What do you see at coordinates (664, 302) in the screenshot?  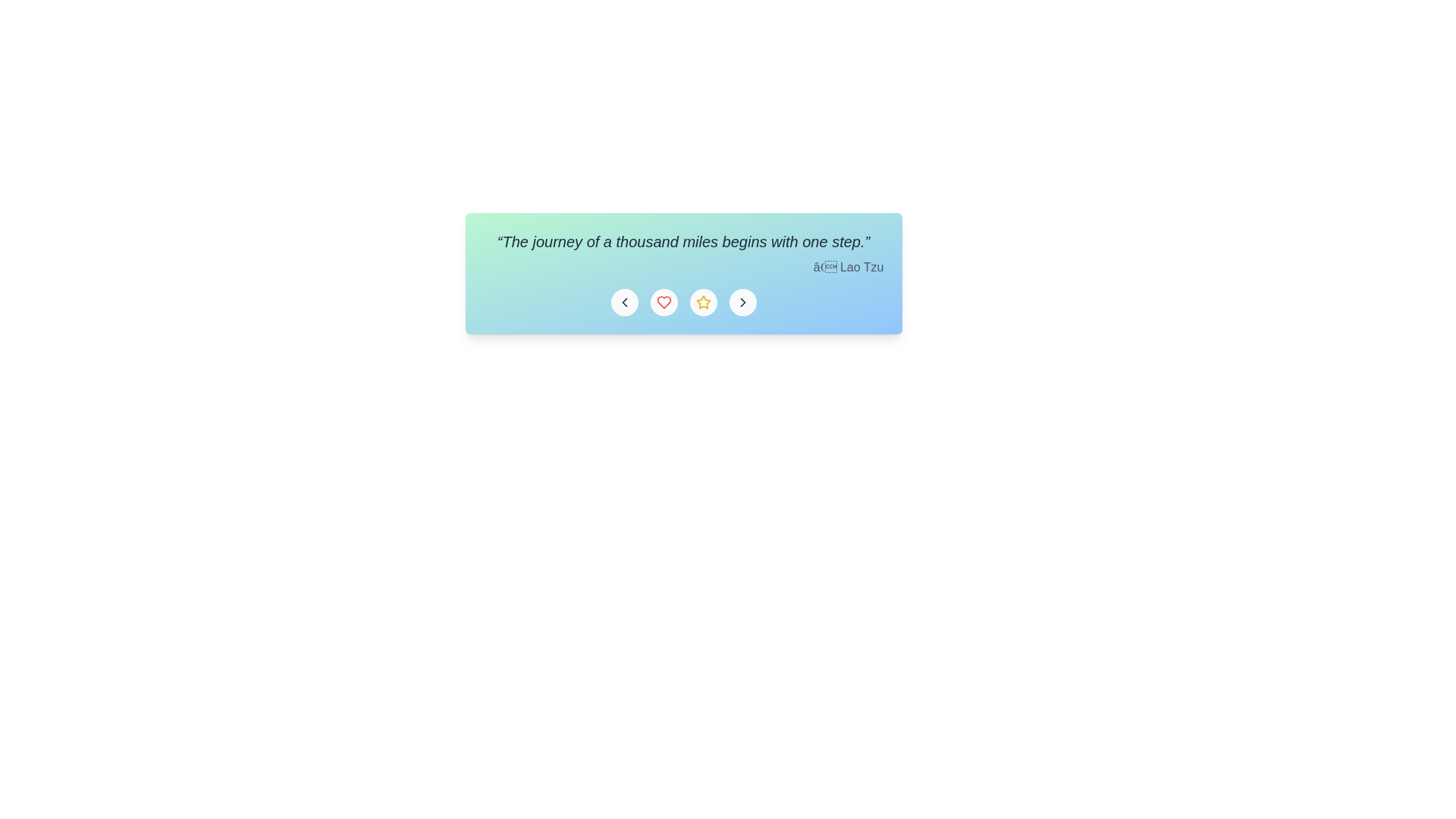 I see `the 'like' or 'favorite' icon located in the center row of icons under a quote, which is the second icon between the left arrow and star icons` at bounding box center [664, 302].